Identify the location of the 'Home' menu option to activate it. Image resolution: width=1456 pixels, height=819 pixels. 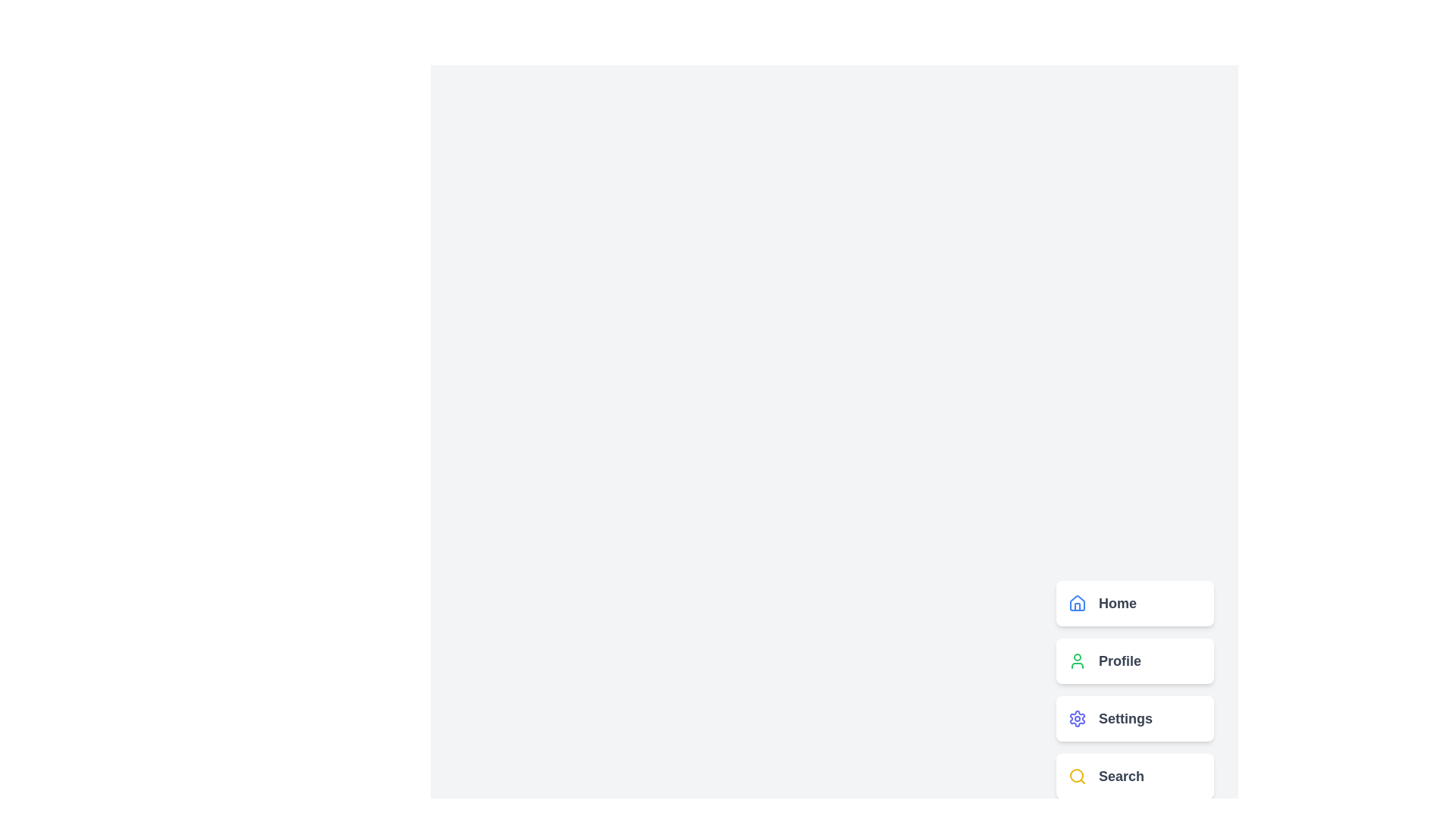
(1135, 602).